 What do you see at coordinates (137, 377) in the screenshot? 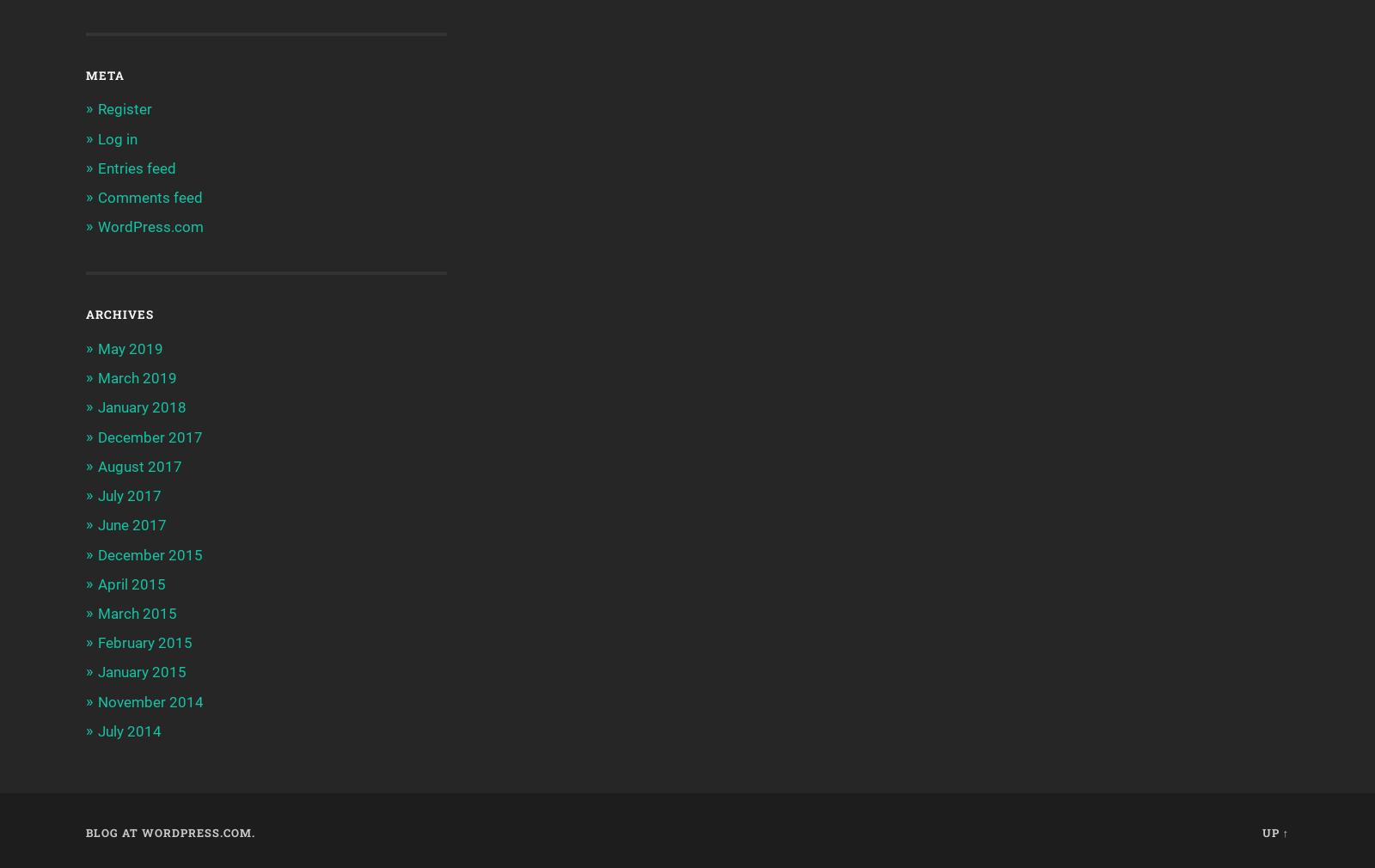
I see `'March 2019'` at bounding box center [137, 377].